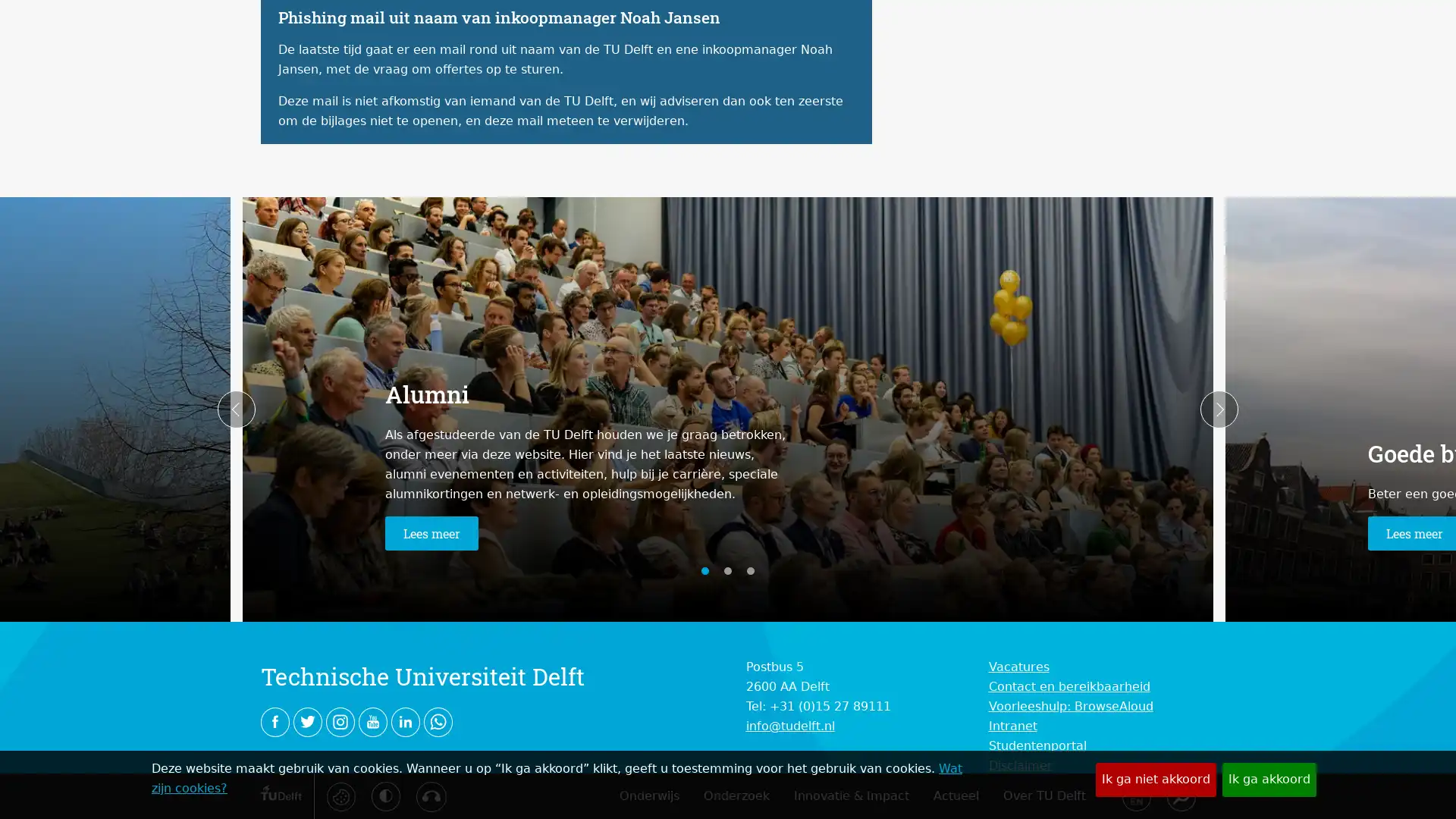 The image size is (1456, 819). Describe the element at coordinates (1179, 795) in the screenshot. I see `Zoeken` at that location.